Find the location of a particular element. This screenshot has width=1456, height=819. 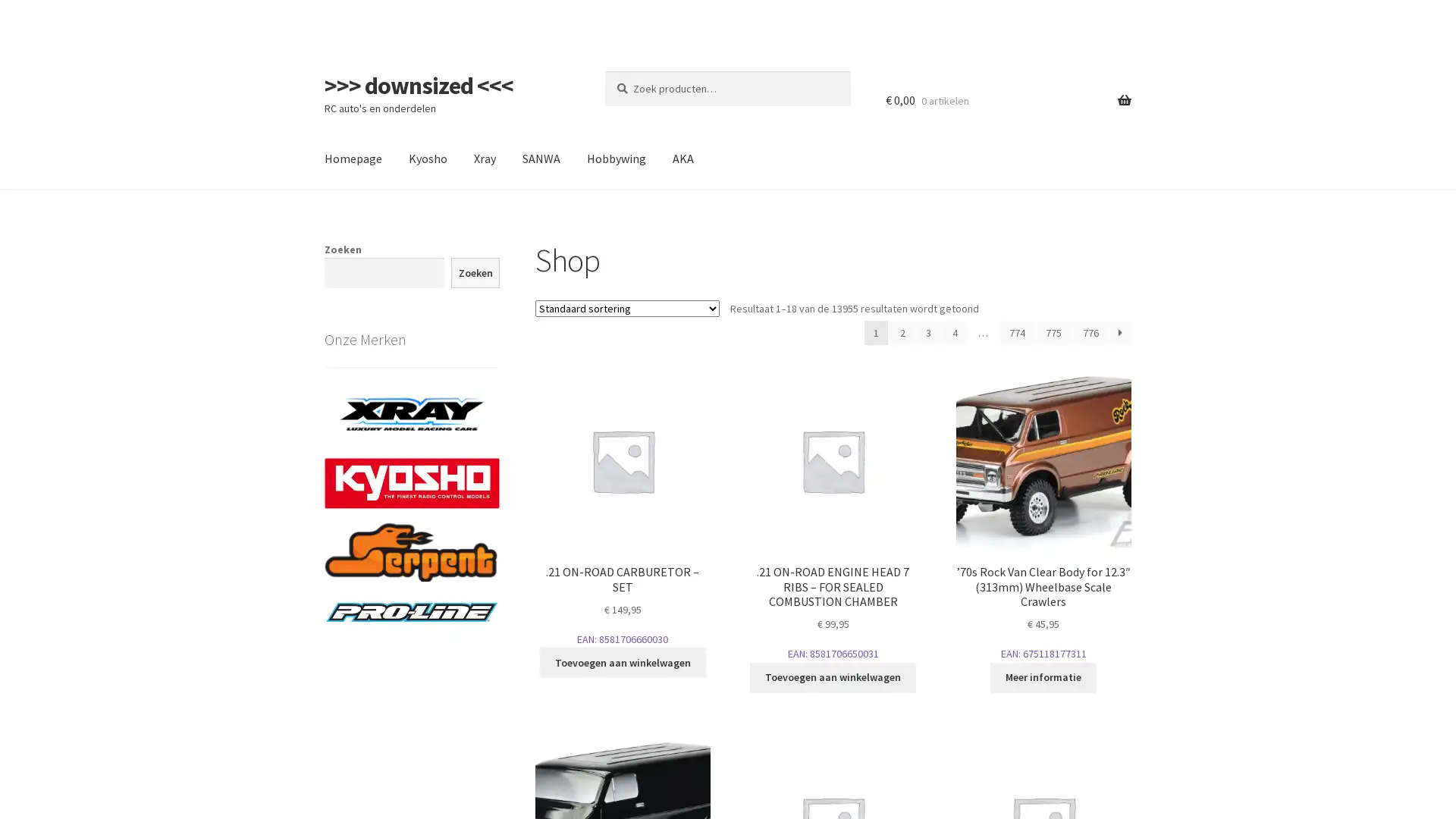

Zoeken is located at coordinates (474, 271).